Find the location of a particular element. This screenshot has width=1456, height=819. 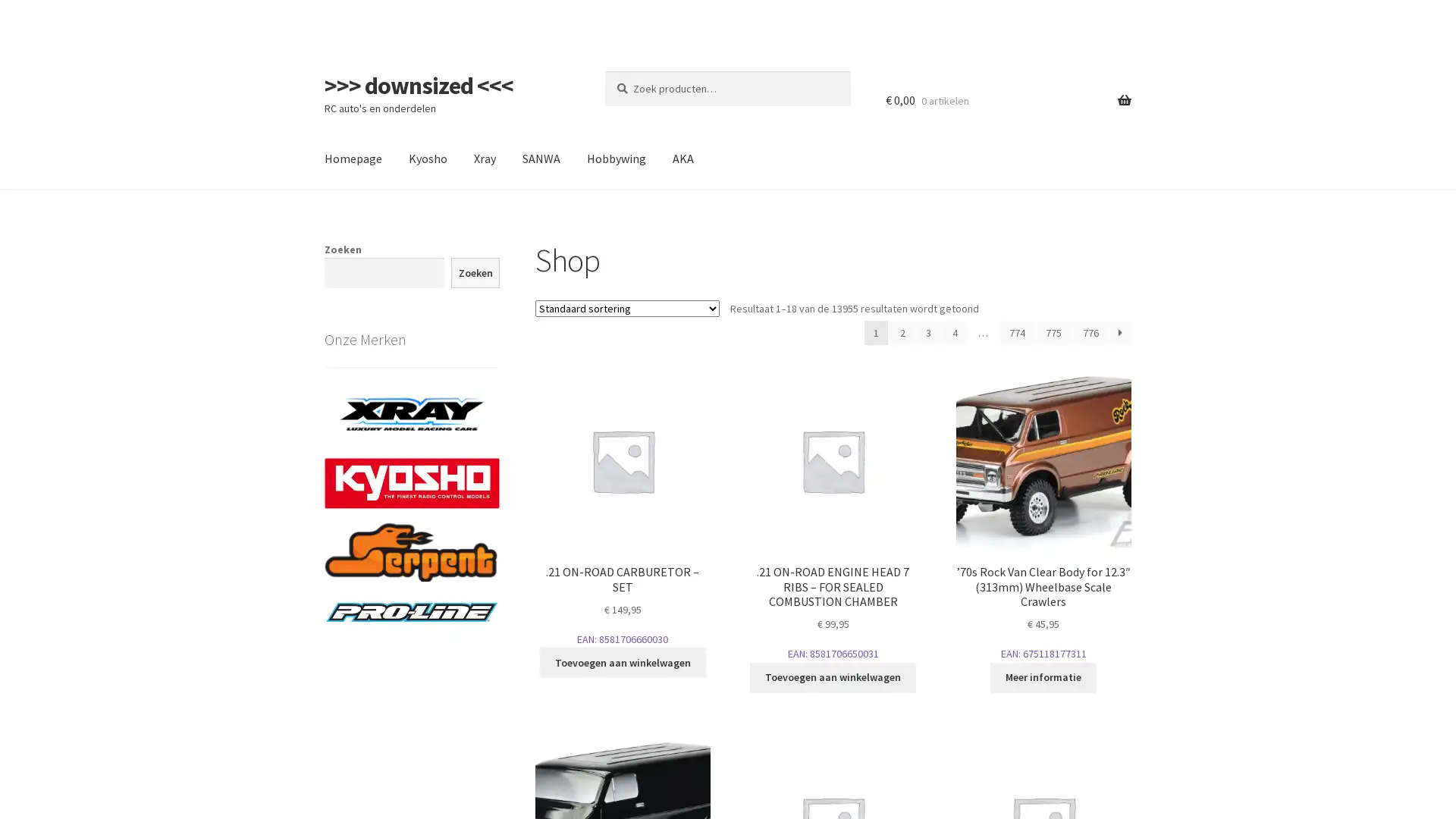

Zoeken is located at coordinates (474, 271).